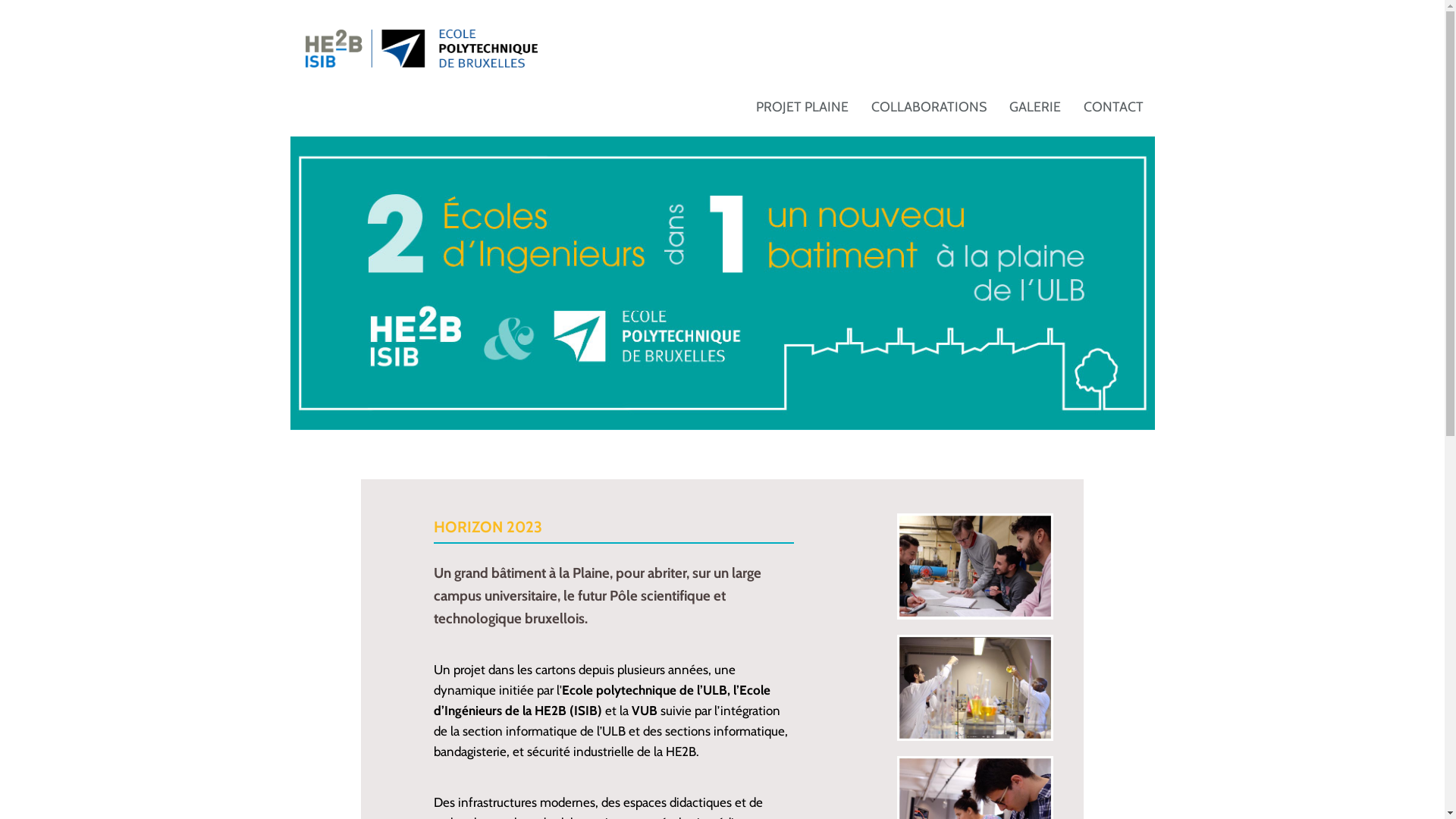 Image resolution: width=1456 pixels, height=819 pixels. Describe the element at coordinates (801, 106) in the screenshot. I see `'PROJET PLAINE'` at that location.